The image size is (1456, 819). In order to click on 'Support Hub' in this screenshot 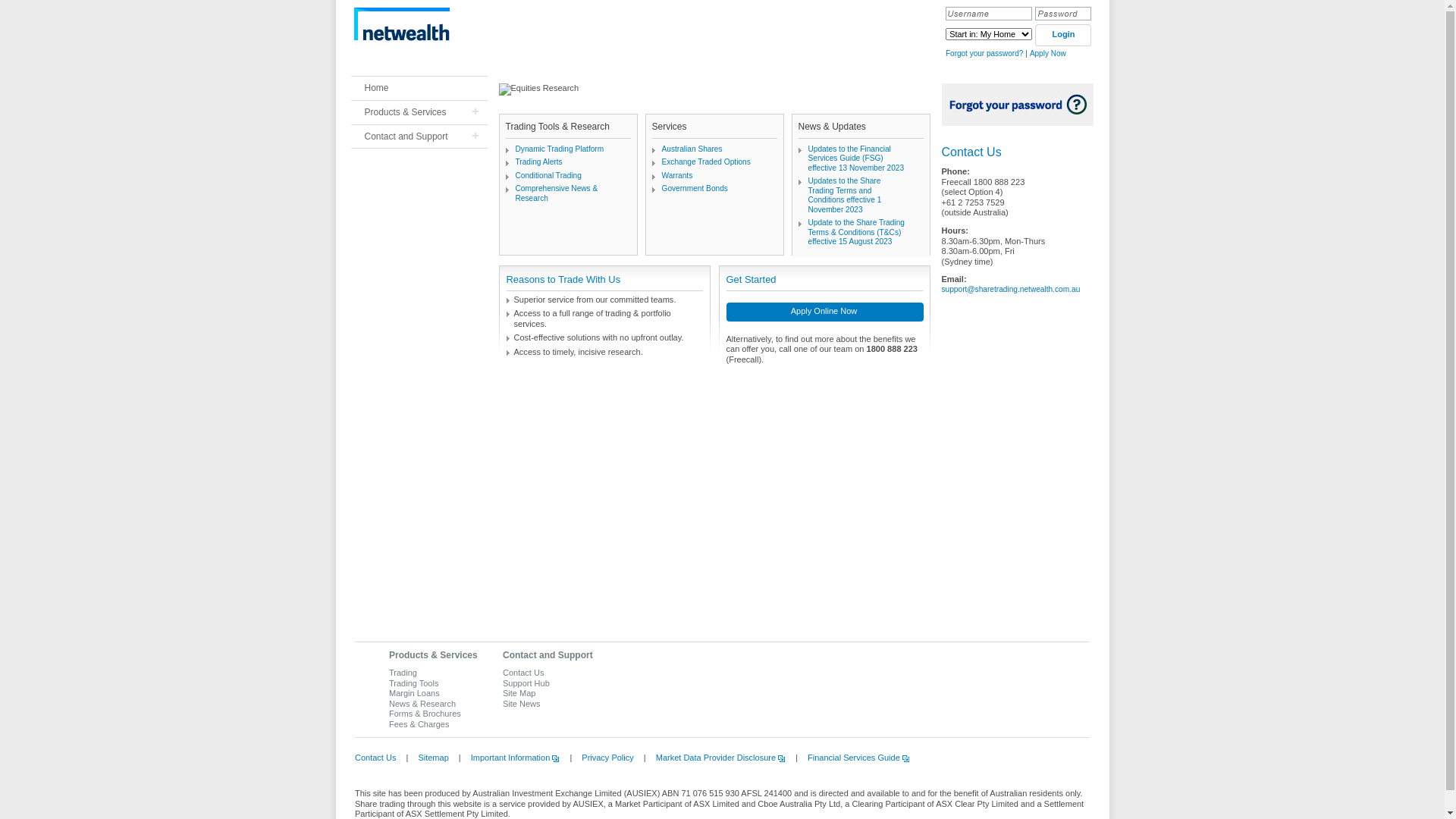, I will do `click(502, 683)`.